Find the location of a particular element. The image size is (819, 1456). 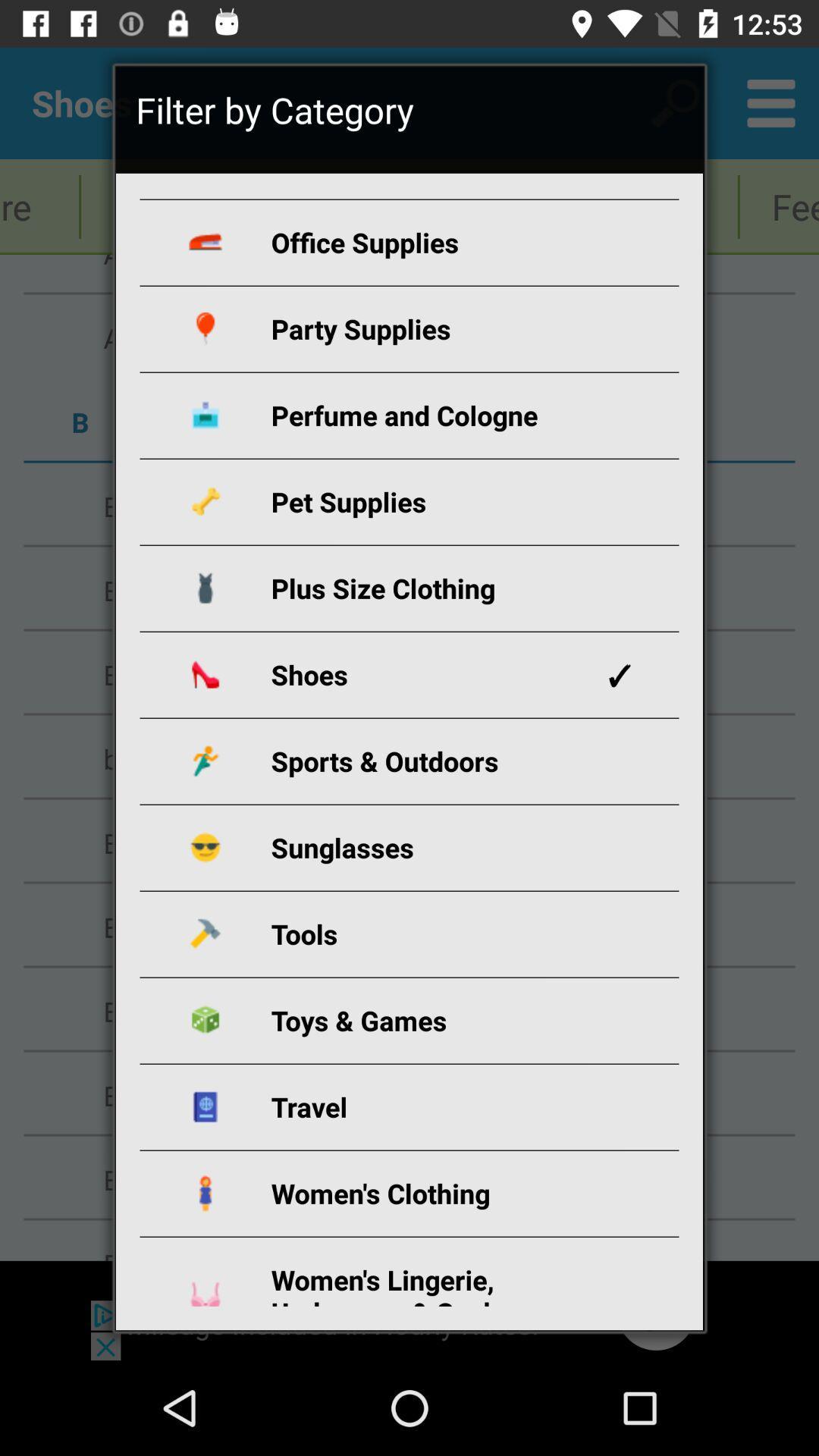

item next to shoes icon is located at coordinates (620, 674).